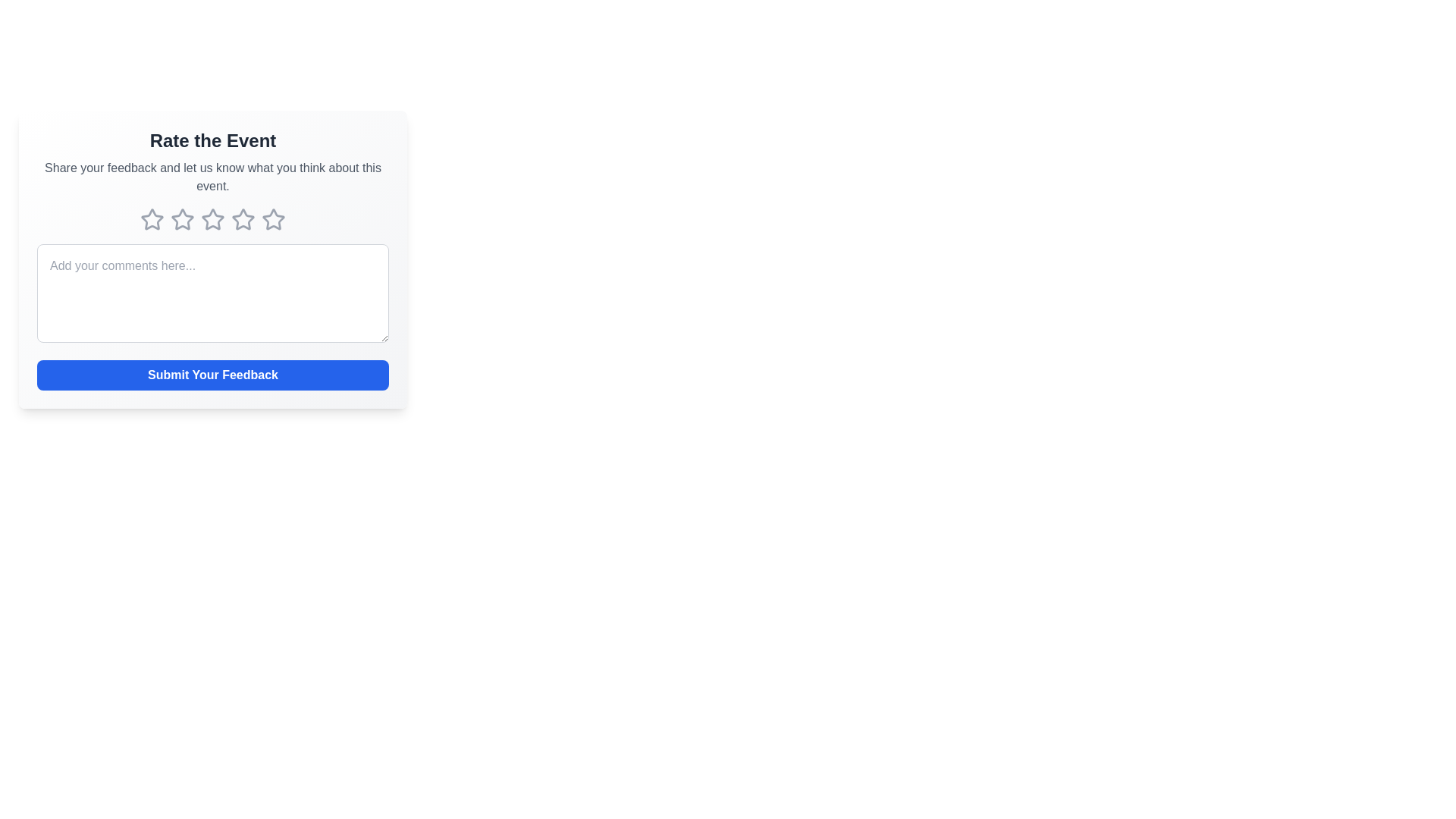 This screenshot has width=1456, height=819. What do you see at coordinates (182, 219) in the screenshot?
I see `the first star icon in the rating system` at bounding box center [182, 219].